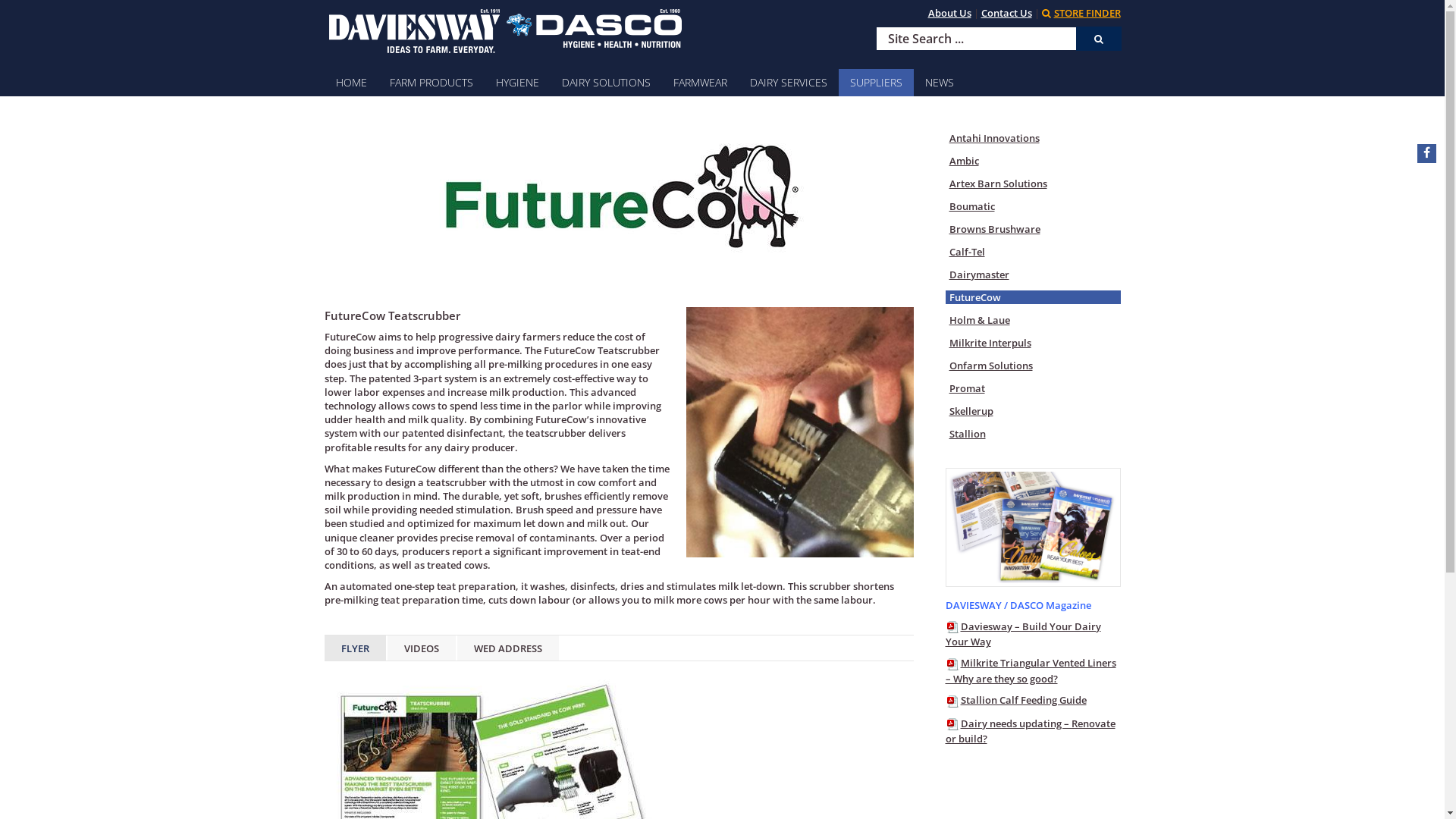  What do you see at coordinates (1006, 12) in the screenshot?
I see `'Contact Us'` at bounding box center [1006, 12].